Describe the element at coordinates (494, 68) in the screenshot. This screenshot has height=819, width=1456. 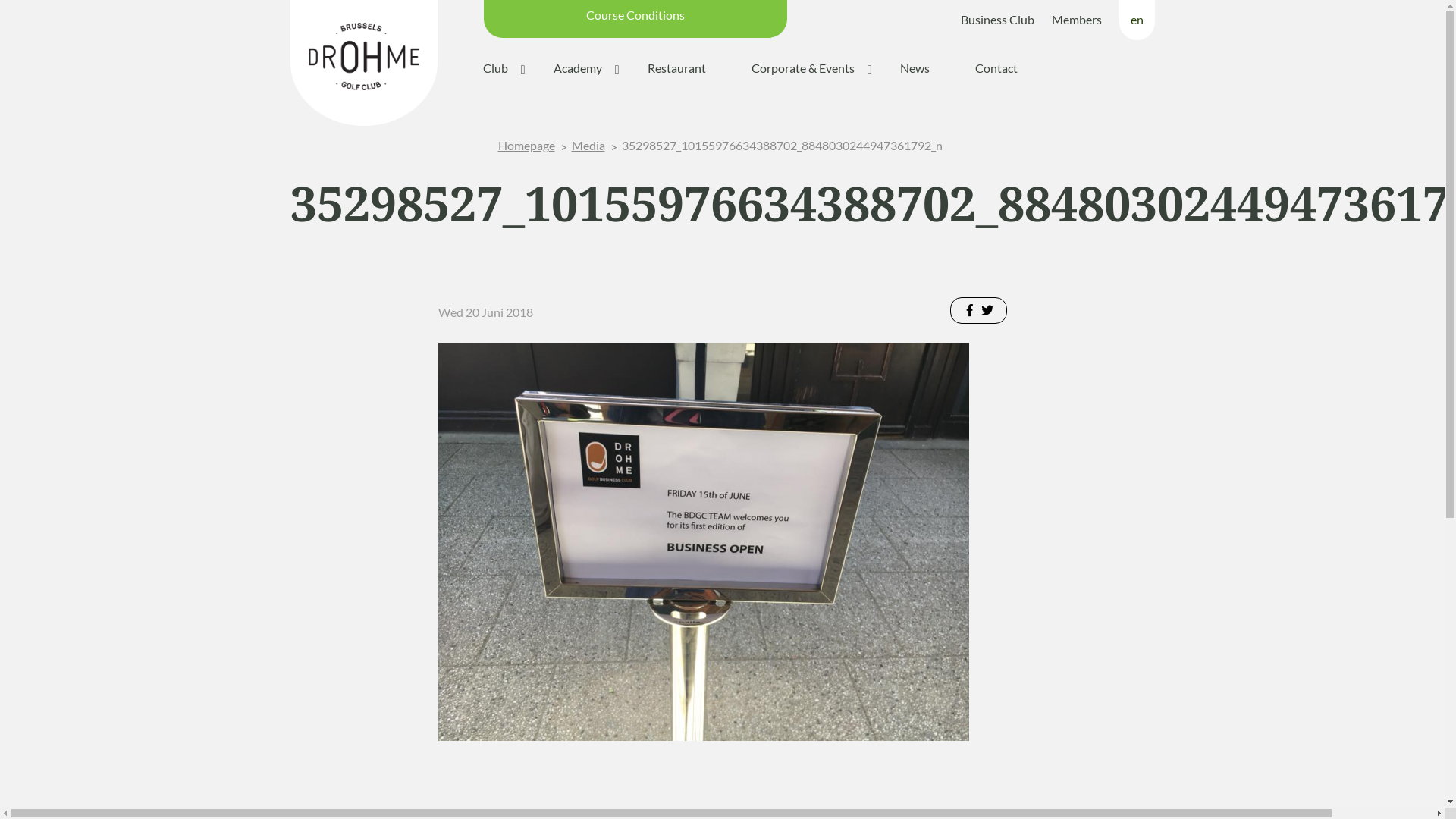
I see `'Club'` at that location.